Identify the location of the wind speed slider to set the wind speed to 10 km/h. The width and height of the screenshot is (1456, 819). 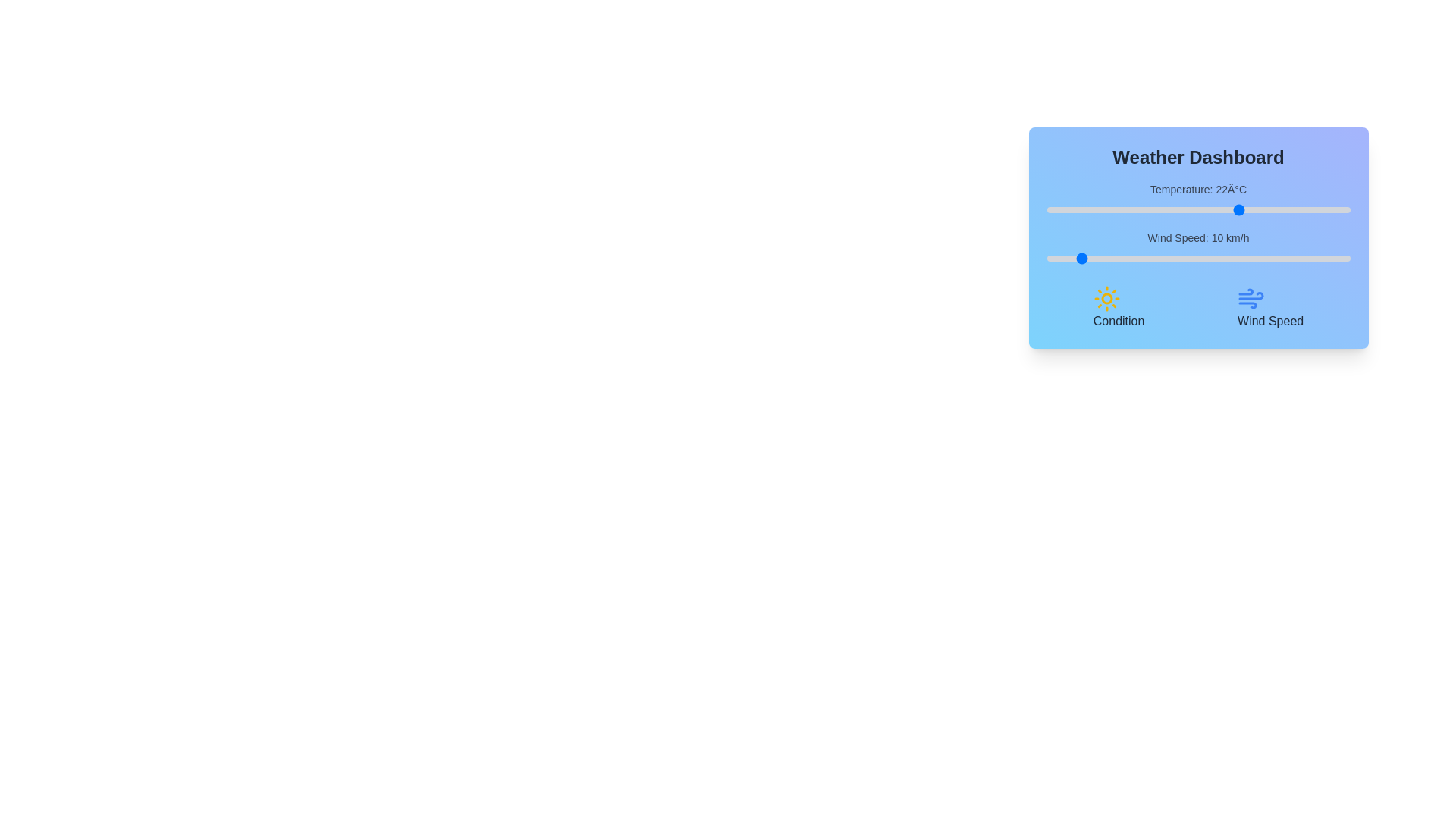
(1076, 257).